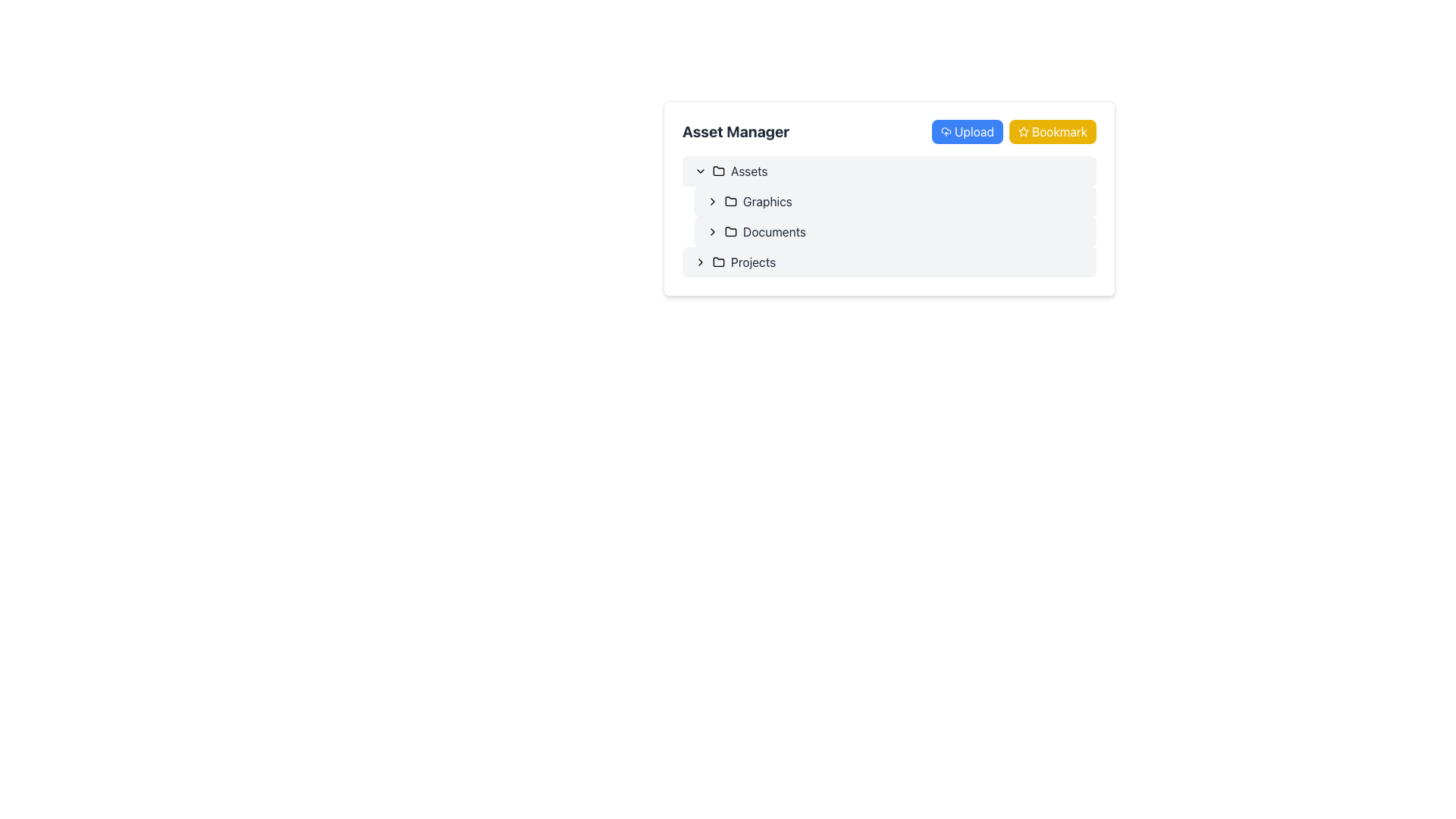 This screenshot has width=1456, height=819. What do you see at coordinates (700, 262) in the screenshot?
I see `the right-chevron icon associated with the 'Projects' folder, which is positioned to the left of the folder icon and label` at bounding box center [700, 262].